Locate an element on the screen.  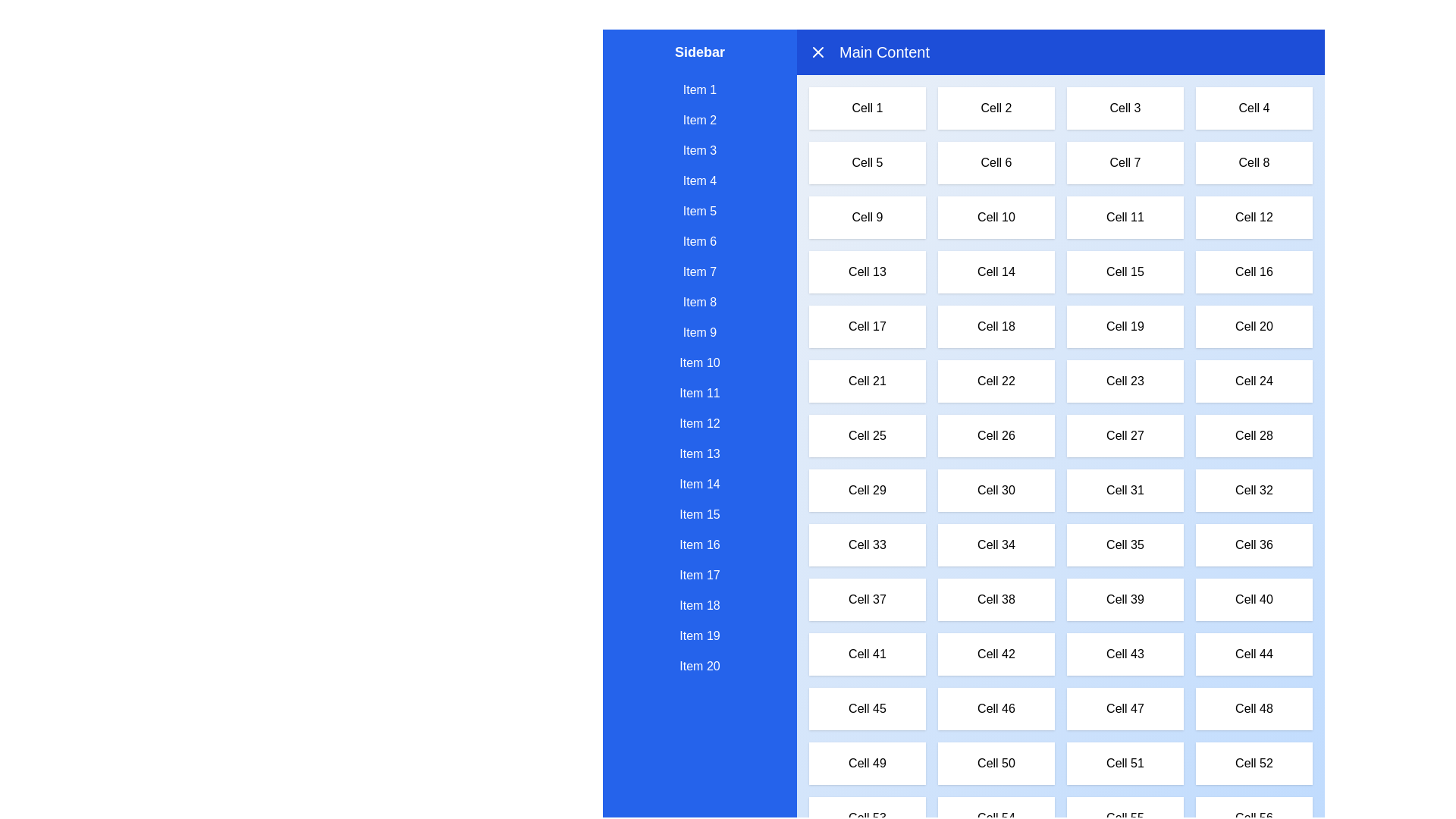
button in the header to toggle the sidebar visibility is located at coordinates (817, 52).